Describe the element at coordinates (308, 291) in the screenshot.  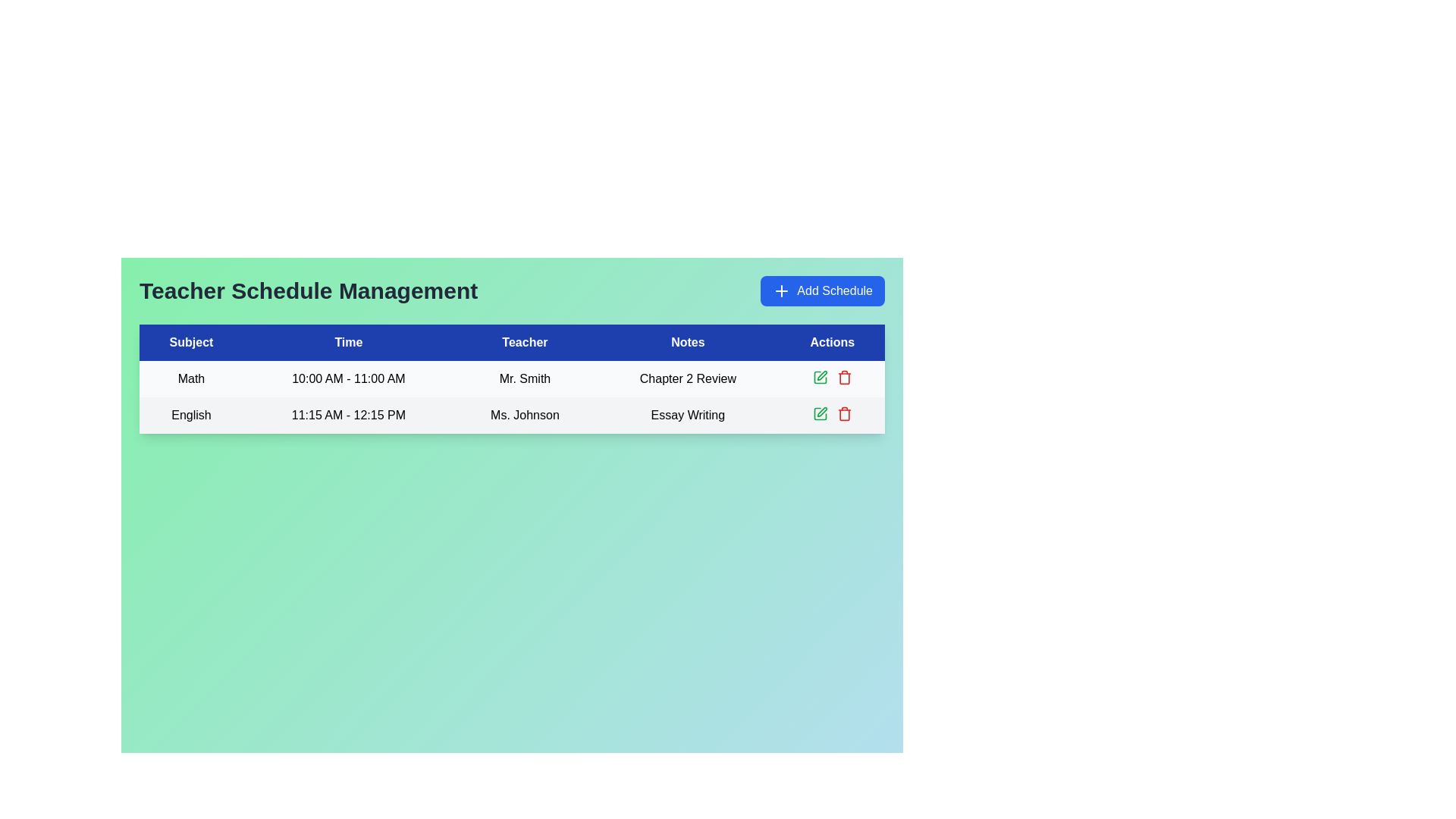
I see `the Text label or heading indicating teacher schedule management located at the top-left section of the interface` at that location.